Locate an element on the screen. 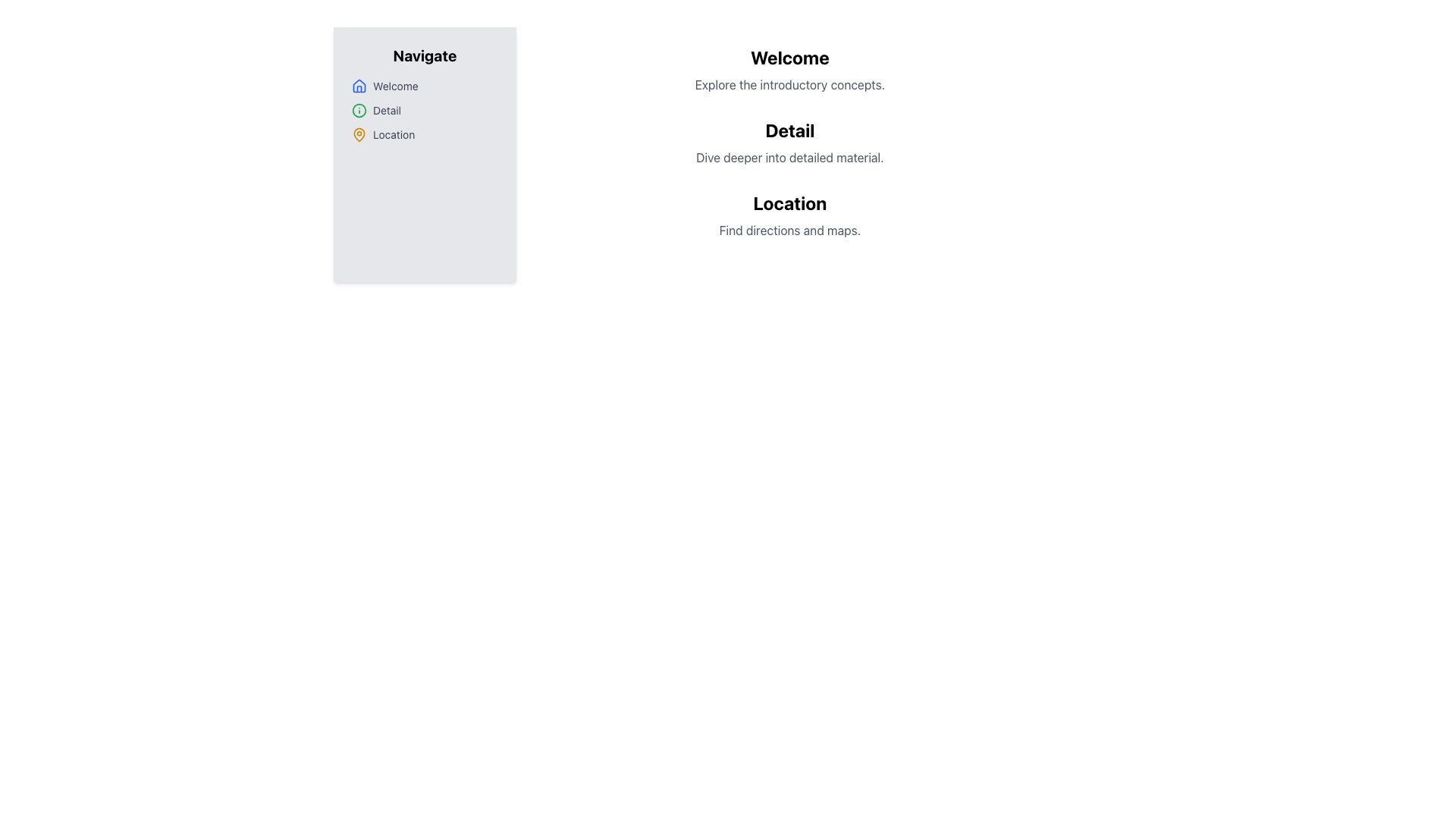  the 'Location' text label which is part of the navigational link in the lower part of the 'Navigate' card, located adjacent to a map pin icon is located at coordinates (394, 133).